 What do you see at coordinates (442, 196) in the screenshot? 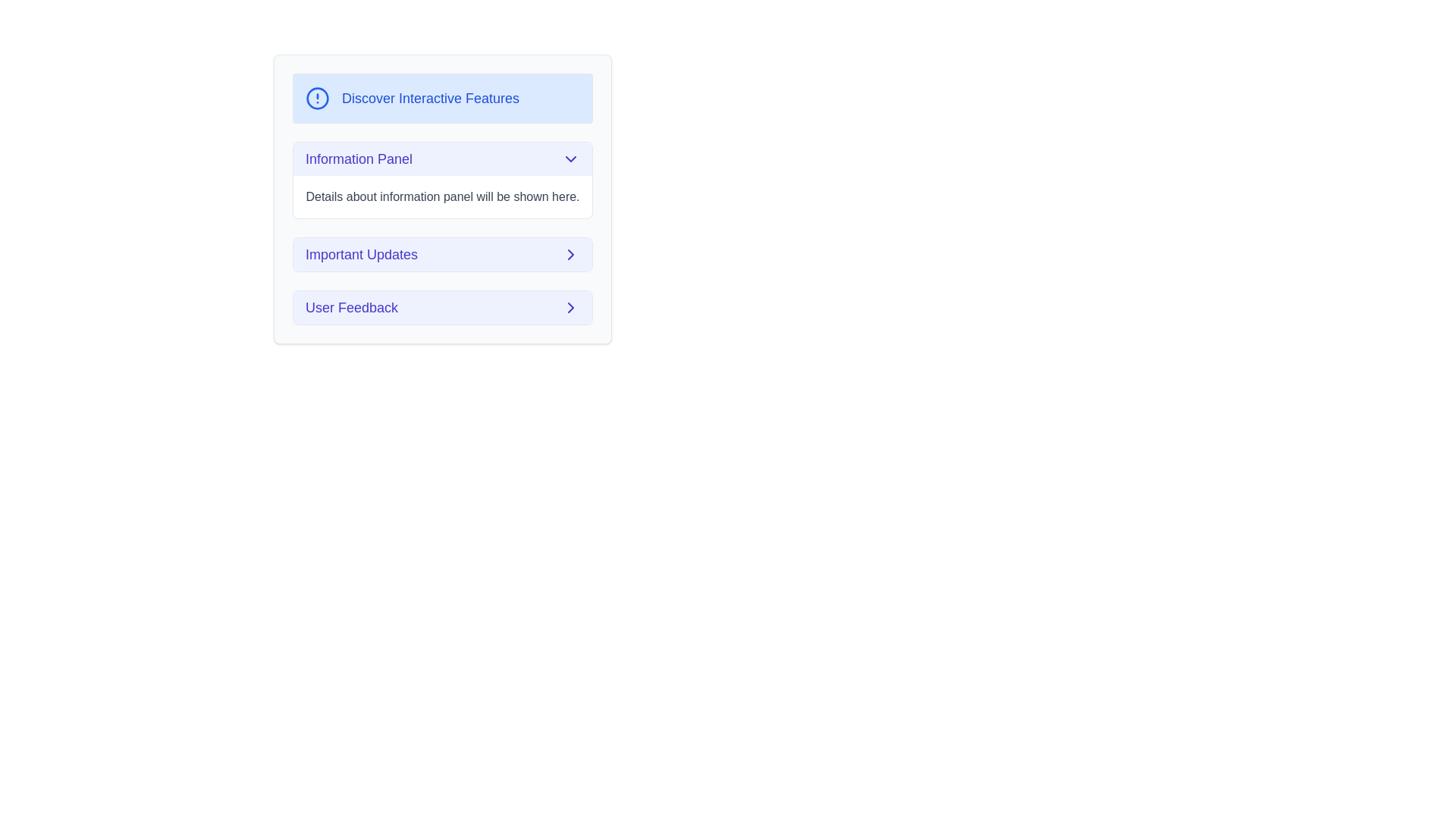
I see `static text 'Details about information panel will be shown here.' located in the collapsible panel under the heading 'Information Panel'` at bounding box center [442, 196].